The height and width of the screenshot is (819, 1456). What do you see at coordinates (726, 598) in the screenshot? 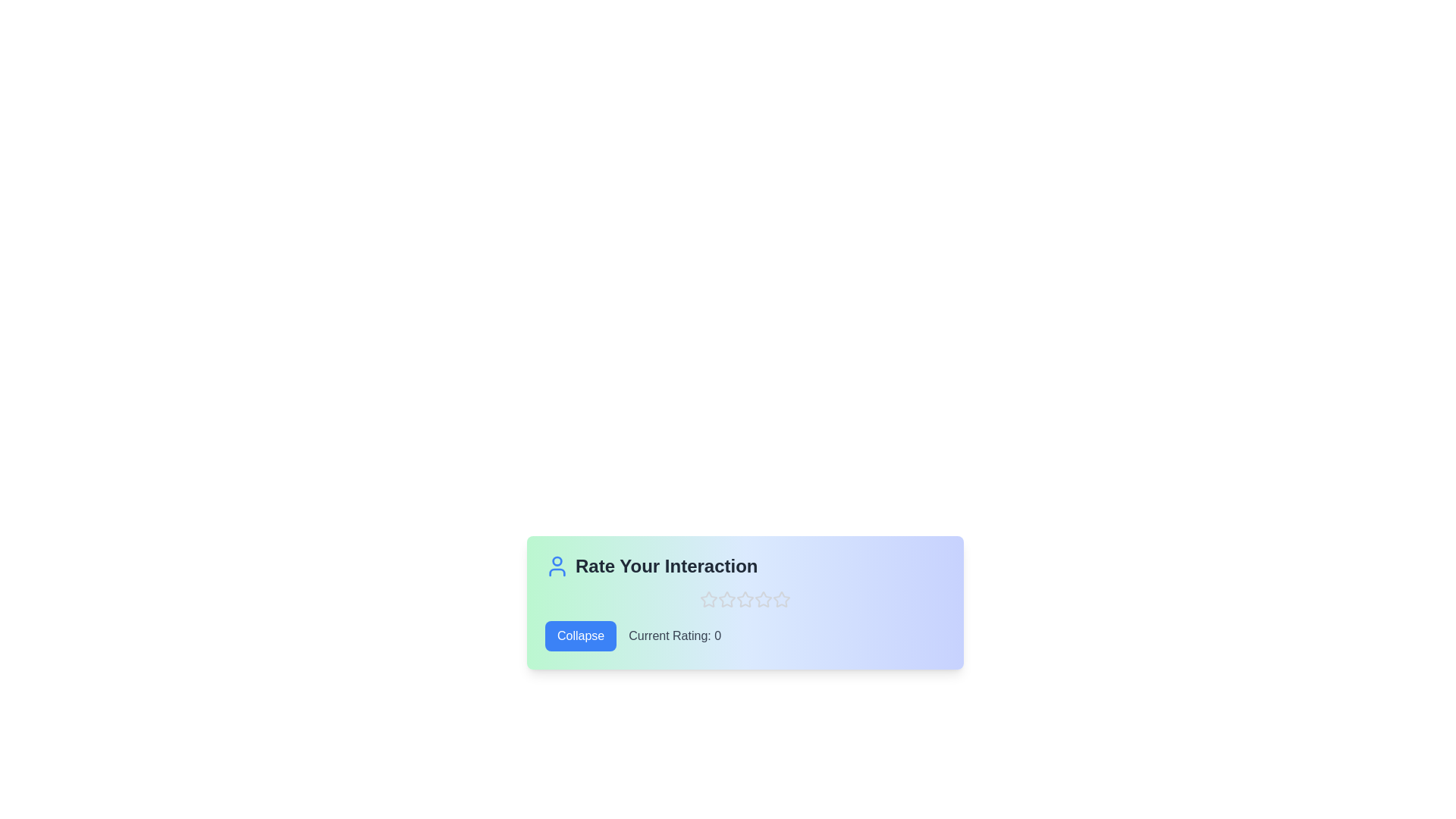
I see `the star corresponding to the desired rating 2` at bounding box center [726, 598].